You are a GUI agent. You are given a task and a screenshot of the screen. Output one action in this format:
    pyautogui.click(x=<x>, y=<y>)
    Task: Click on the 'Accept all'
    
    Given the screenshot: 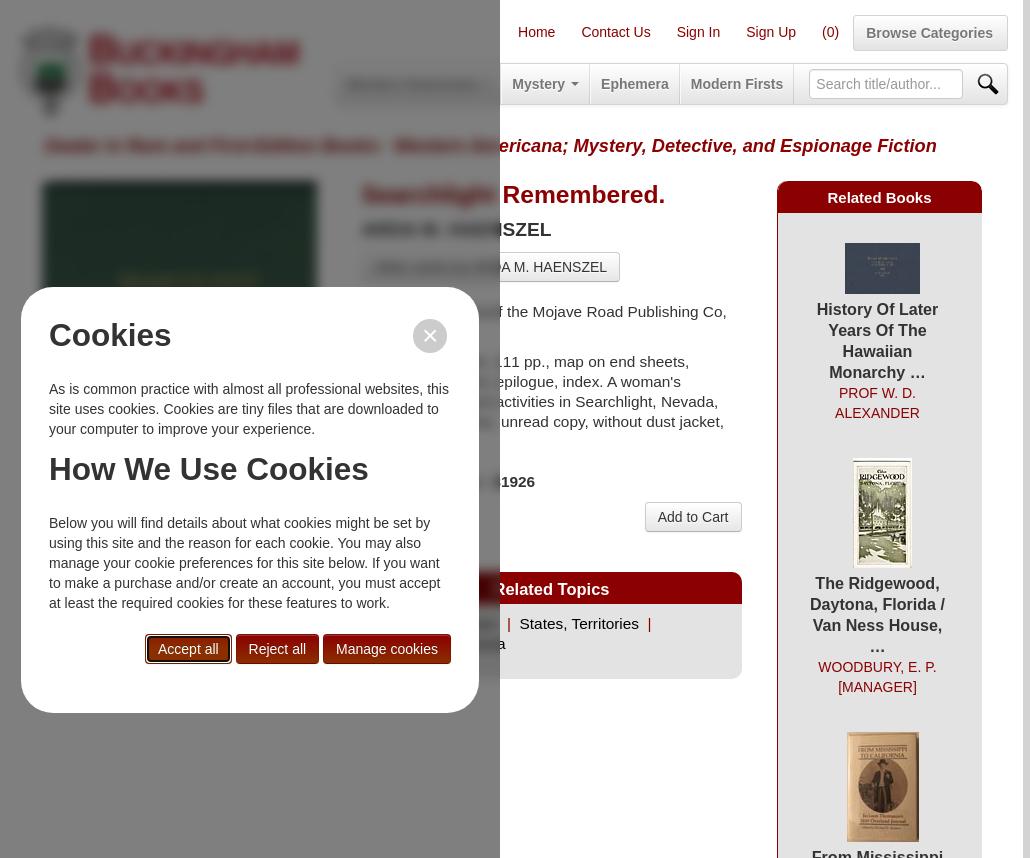 What is the action you would take?
    pyautogui.click(x=187, y=647)
    